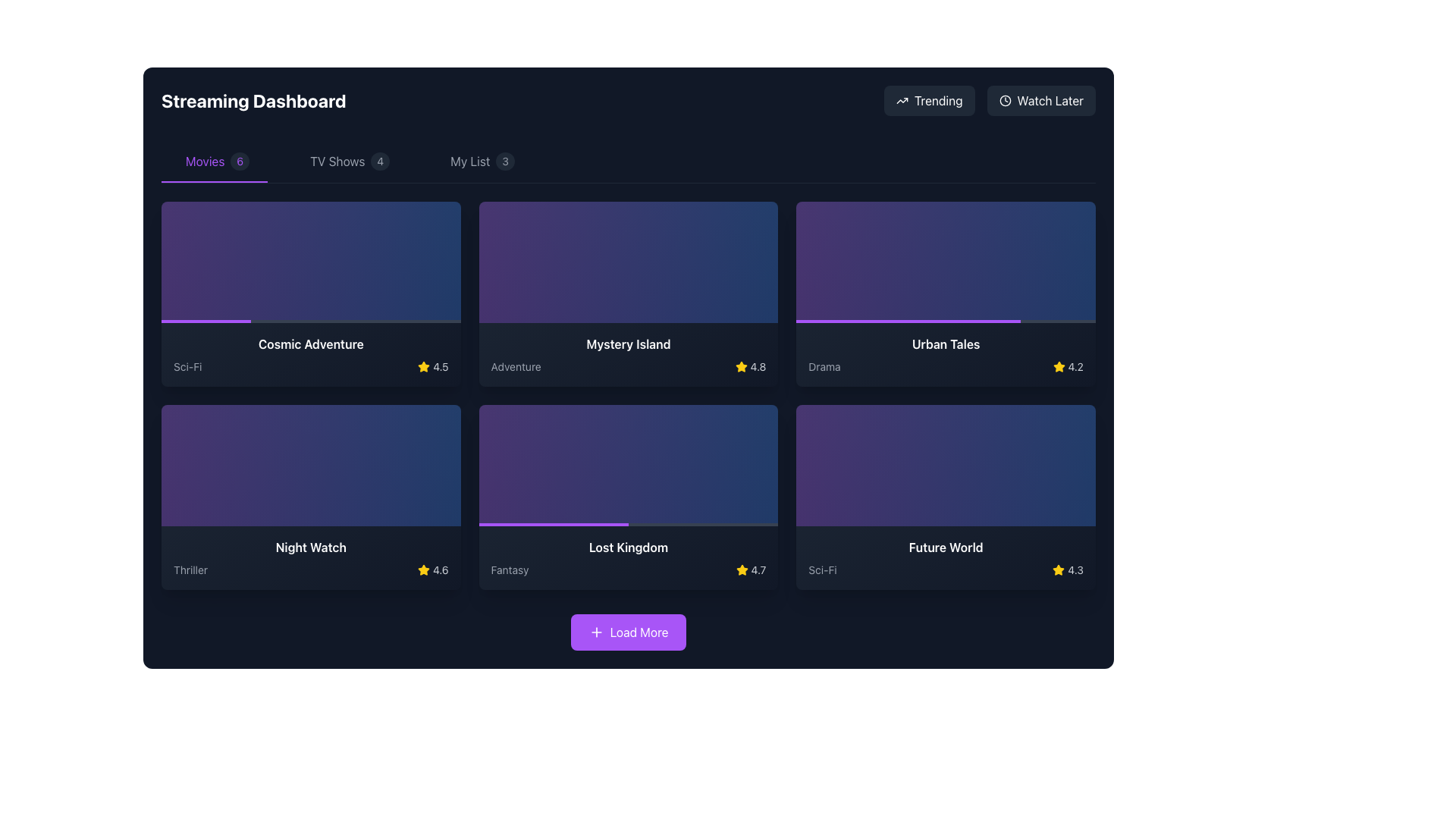 The width and height of the screenshot is (1456, 819). What do you see at coordinates (945, 366) in the screenshot?
I see `the descriptive content display that shows the genre (Drama) and rating (4.2) of the 'Urban Tales' content located at the bottom right-hand side of the card's footer` at bounding box center [945, 366].